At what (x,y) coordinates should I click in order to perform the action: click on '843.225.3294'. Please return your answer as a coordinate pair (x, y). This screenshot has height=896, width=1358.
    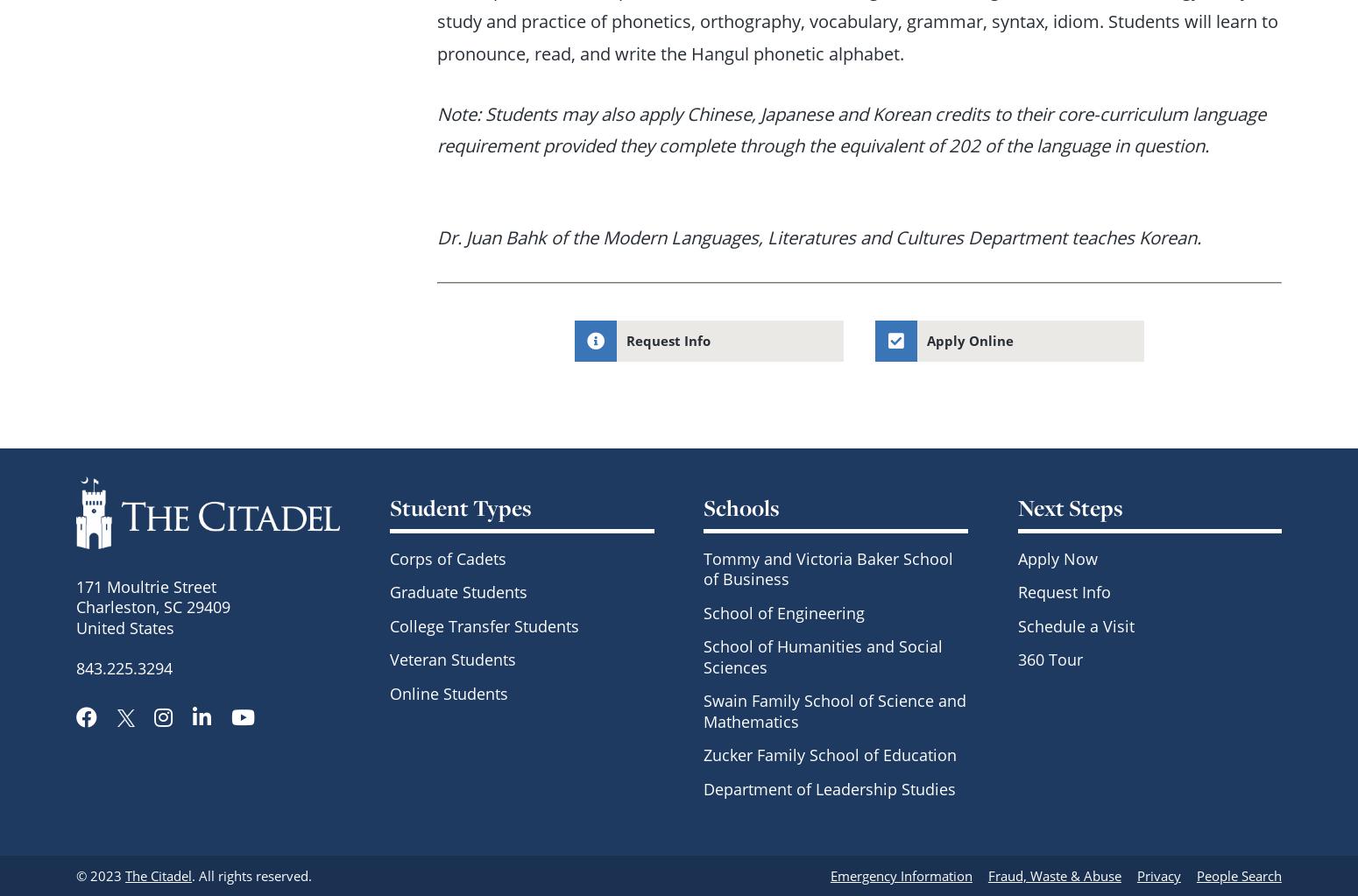
    Looking at the image, I should click on (124, 667).